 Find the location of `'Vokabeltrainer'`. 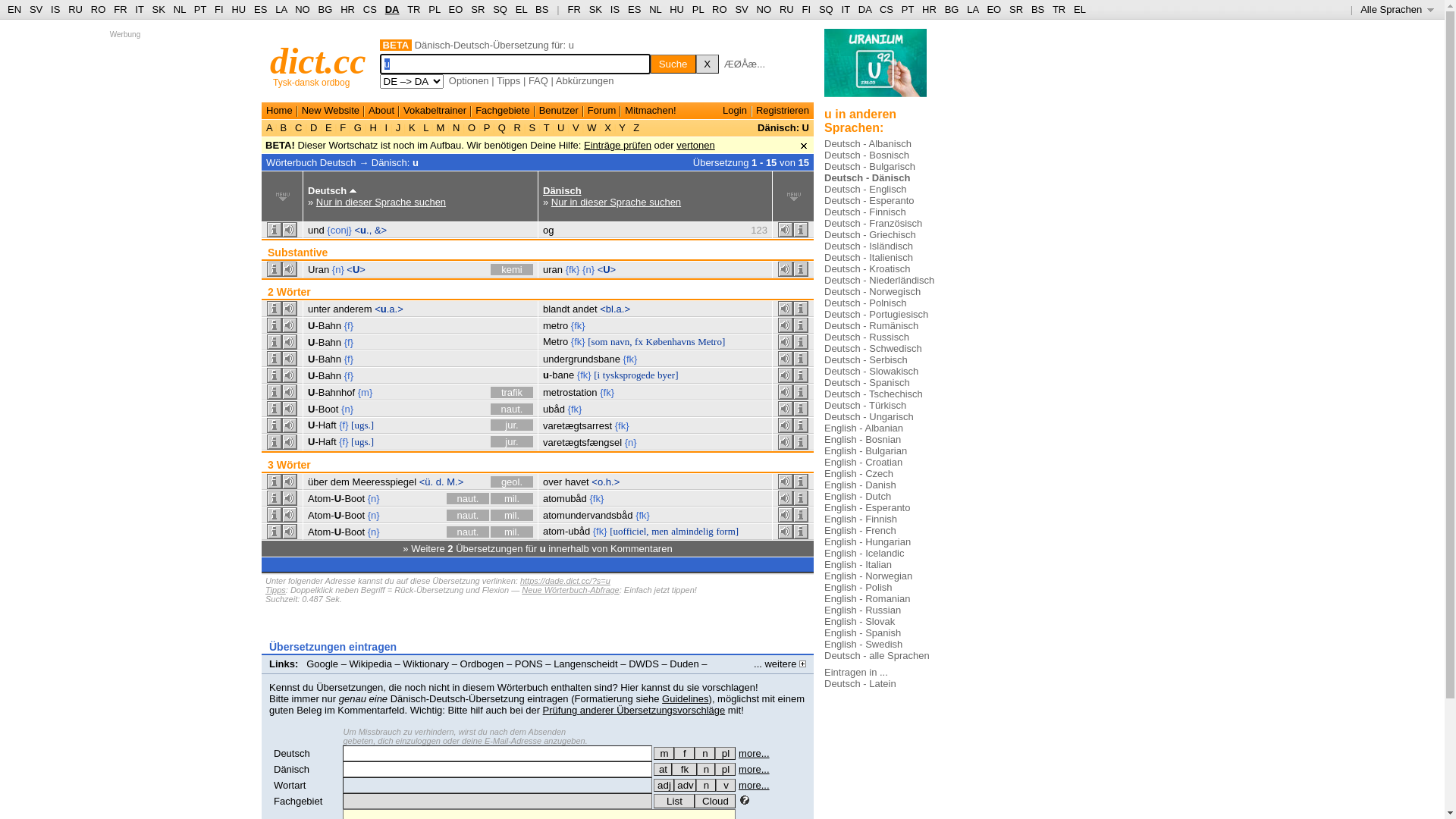

'Vokabeltrainer' is located at coordinates (434, 109).